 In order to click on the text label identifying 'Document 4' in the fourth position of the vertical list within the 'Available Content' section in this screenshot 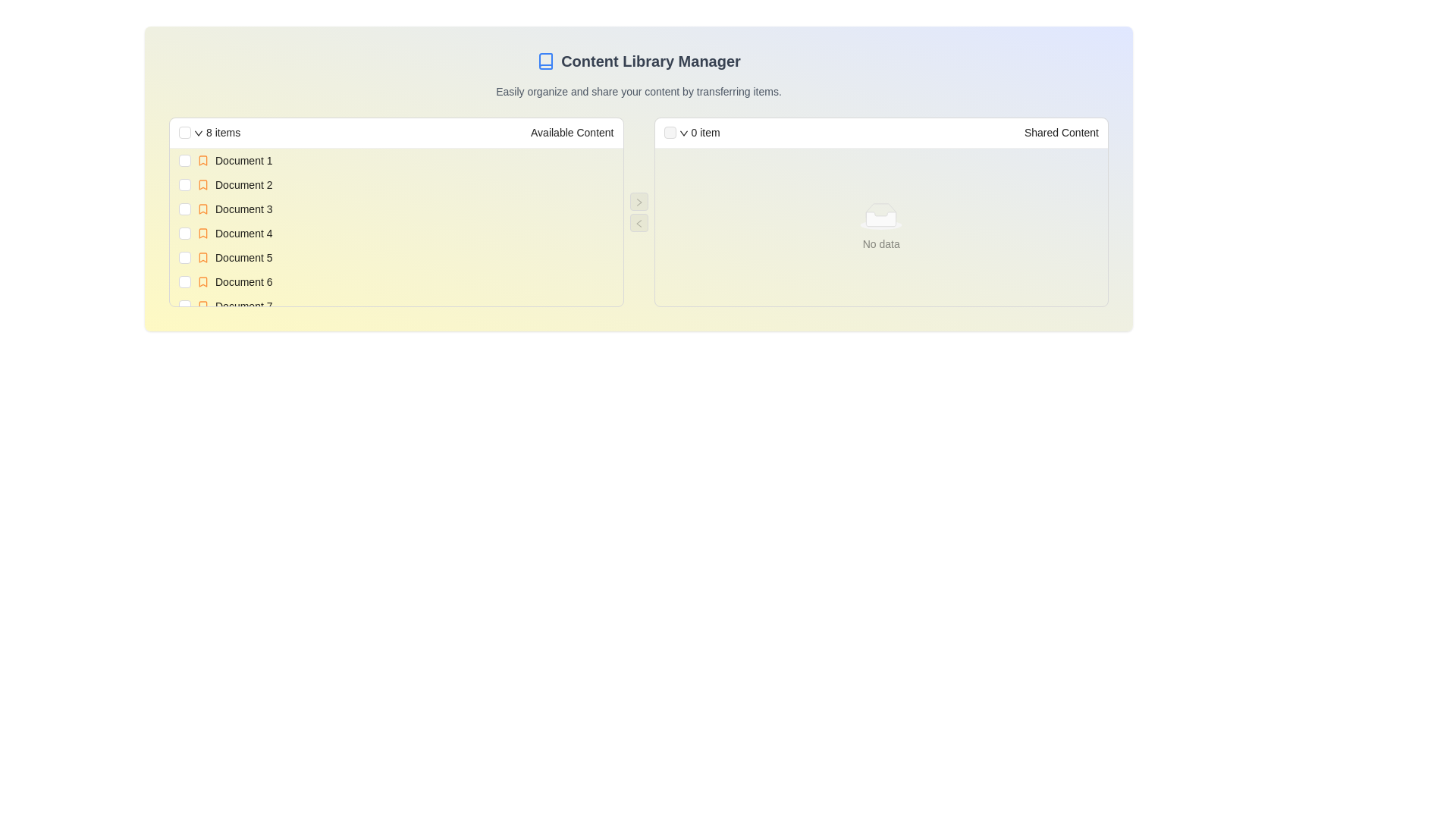, I will do `click(243, 234)`.